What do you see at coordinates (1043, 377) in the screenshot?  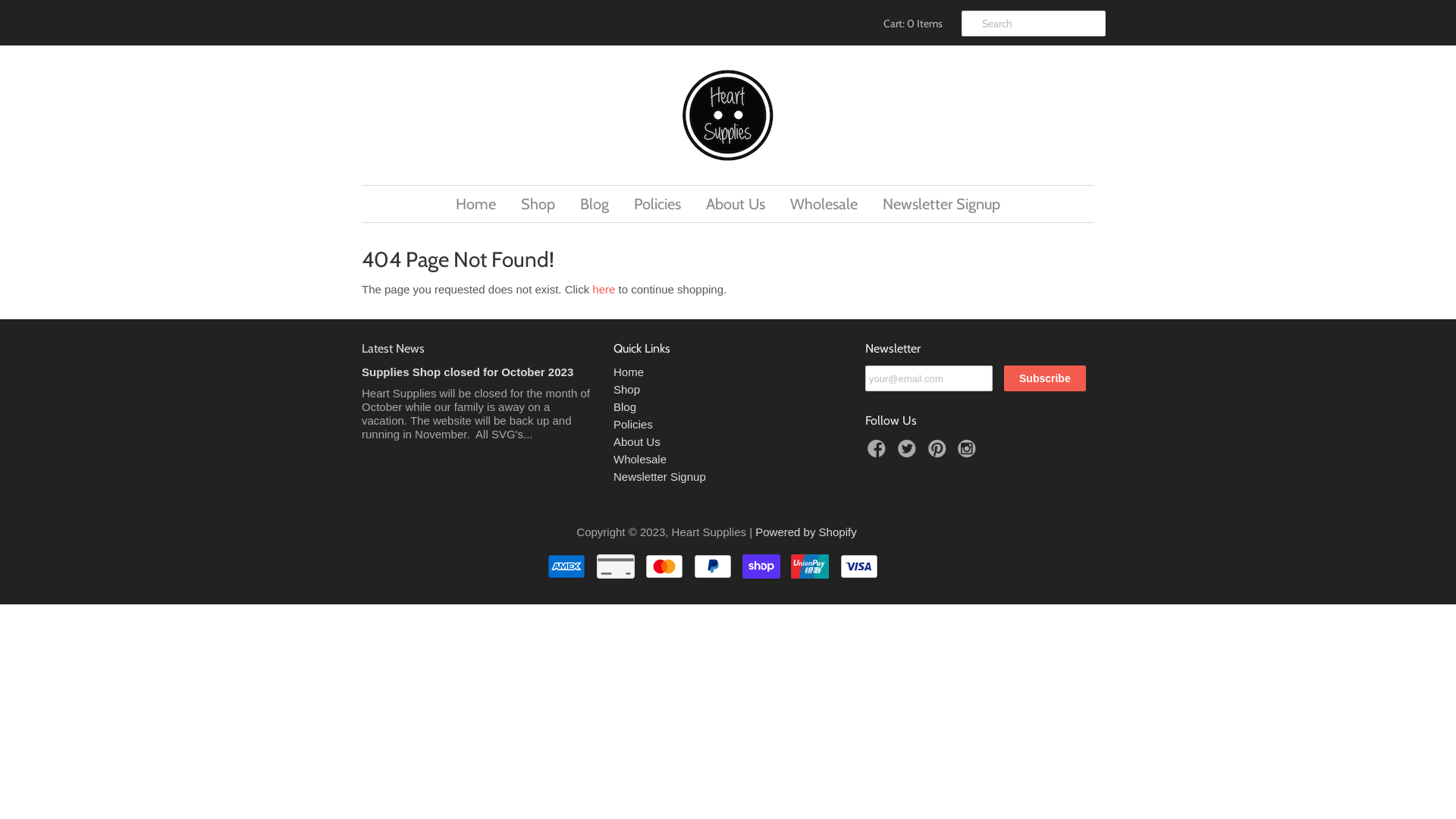 I see `'Subscribe'` at bounding box center [1043, 377].